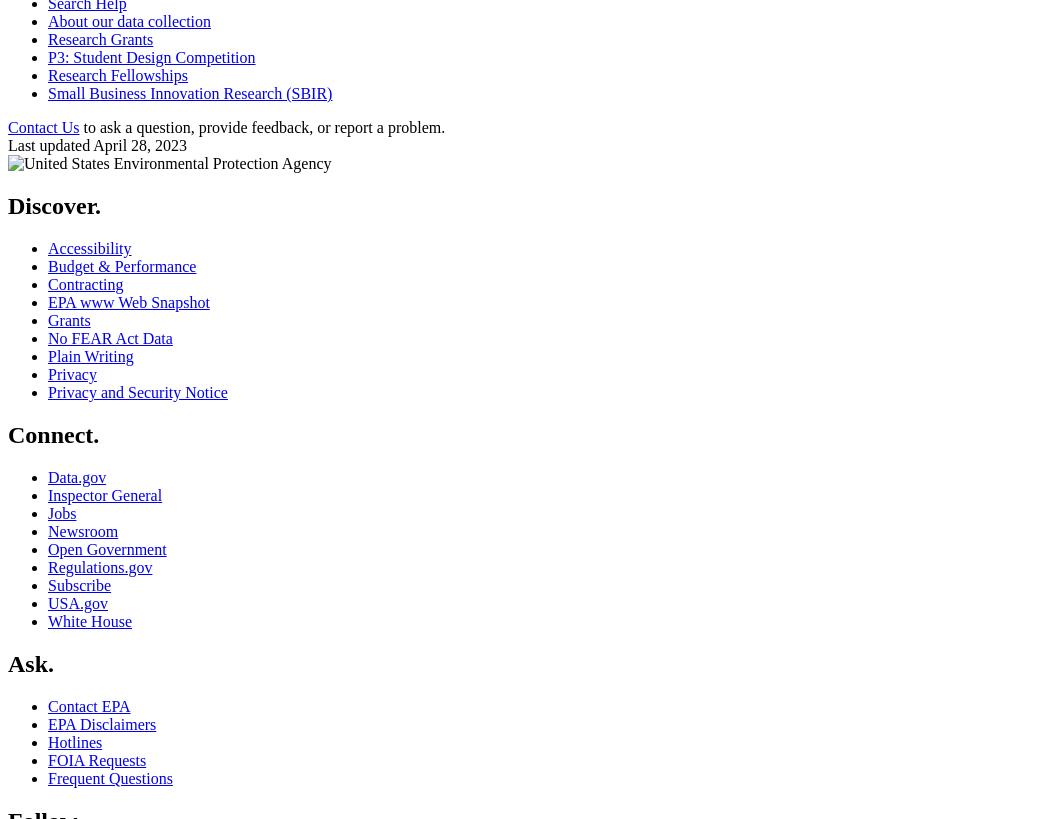  Describe the element at coordinates (67, 320) in the screenshot. I see `'Grants'` at that location.